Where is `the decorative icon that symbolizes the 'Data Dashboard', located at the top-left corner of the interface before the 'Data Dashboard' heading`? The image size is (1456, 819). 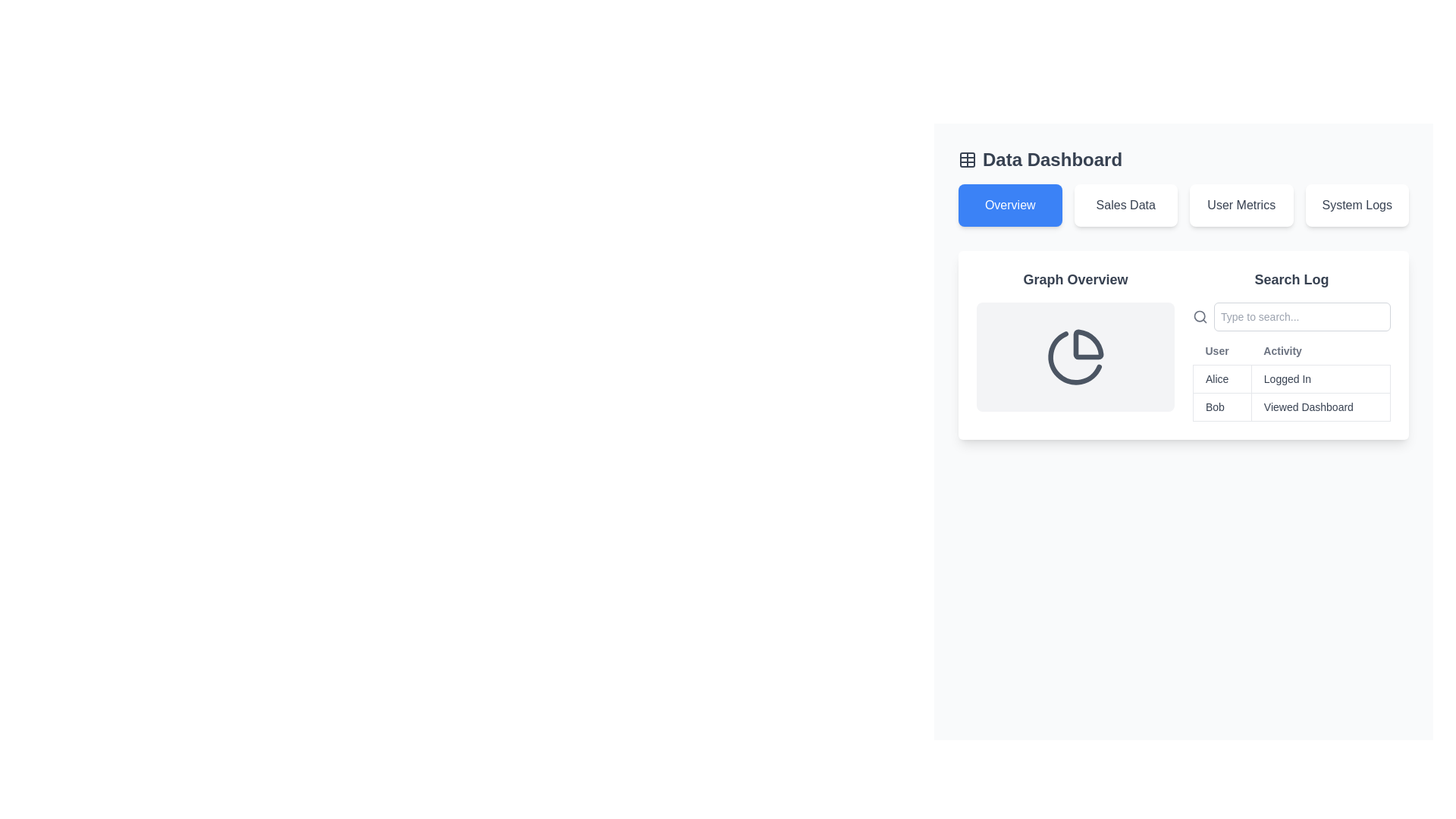
the decorative icon that symbolizes the 'Data Dashboard', located at the top-left corner of the interface before the 'Data Dashboard' heading is located at coordinates (967, 160).